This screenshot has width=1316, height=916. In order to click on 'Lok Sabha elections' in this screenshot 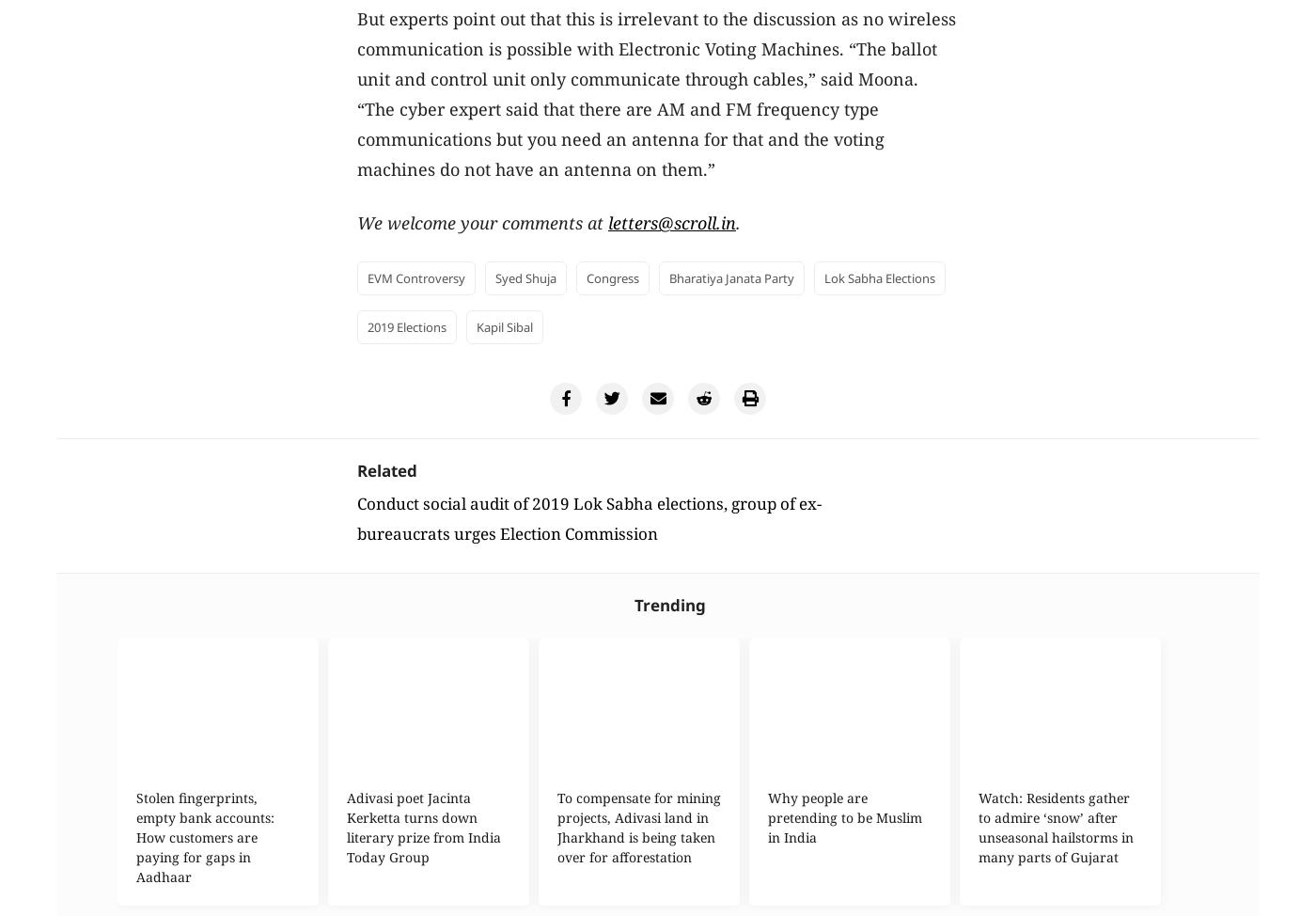, I will do `click(880, 276)`.